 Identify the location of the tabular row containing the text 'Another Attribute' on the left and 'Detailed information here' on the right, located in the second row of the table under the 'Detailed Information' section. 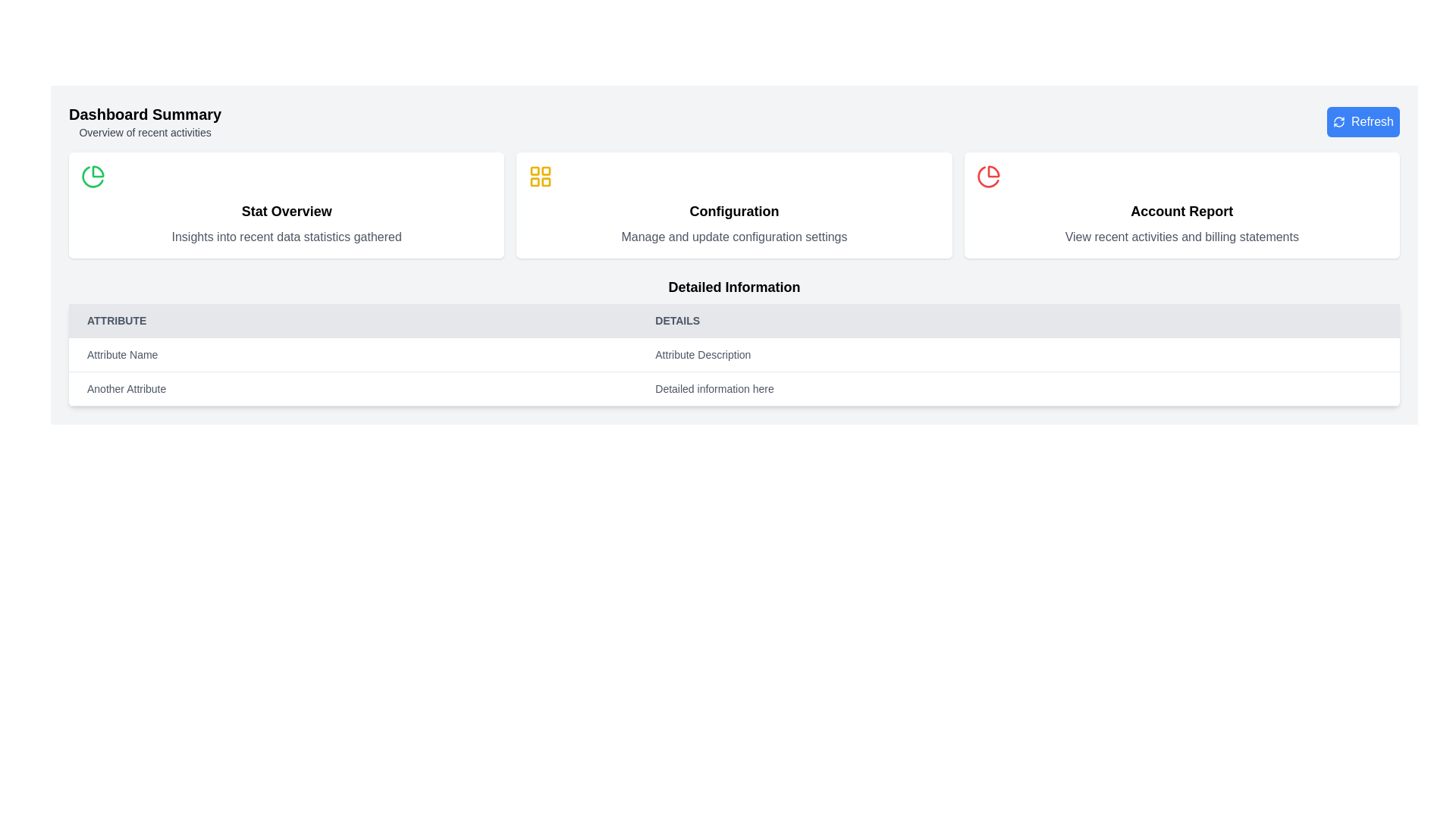
(734, 388).